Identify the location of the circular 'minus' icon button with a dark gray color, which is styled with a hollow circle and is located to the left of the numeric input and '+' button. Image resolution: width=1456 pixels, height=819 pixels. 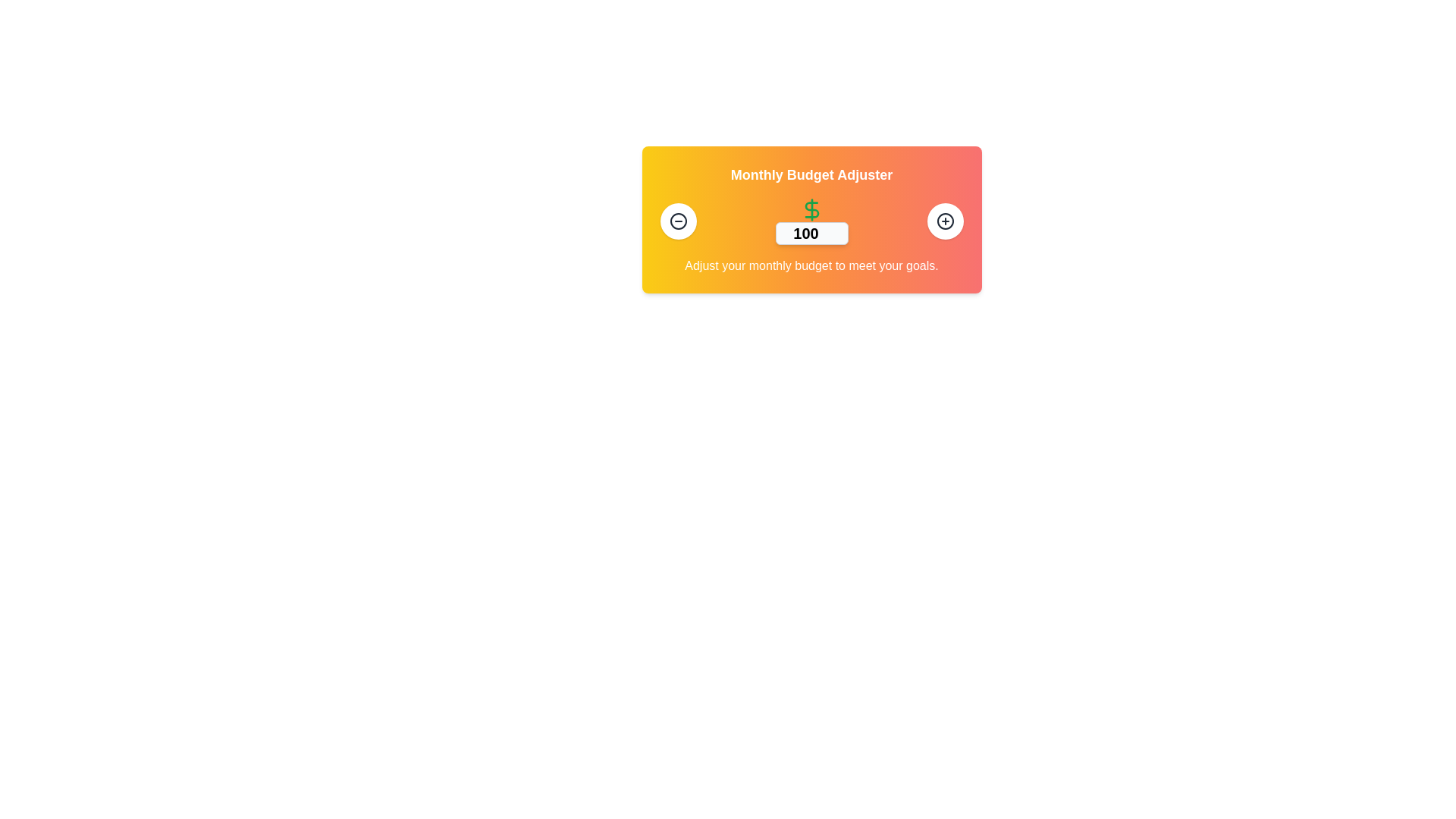
(677, 221).